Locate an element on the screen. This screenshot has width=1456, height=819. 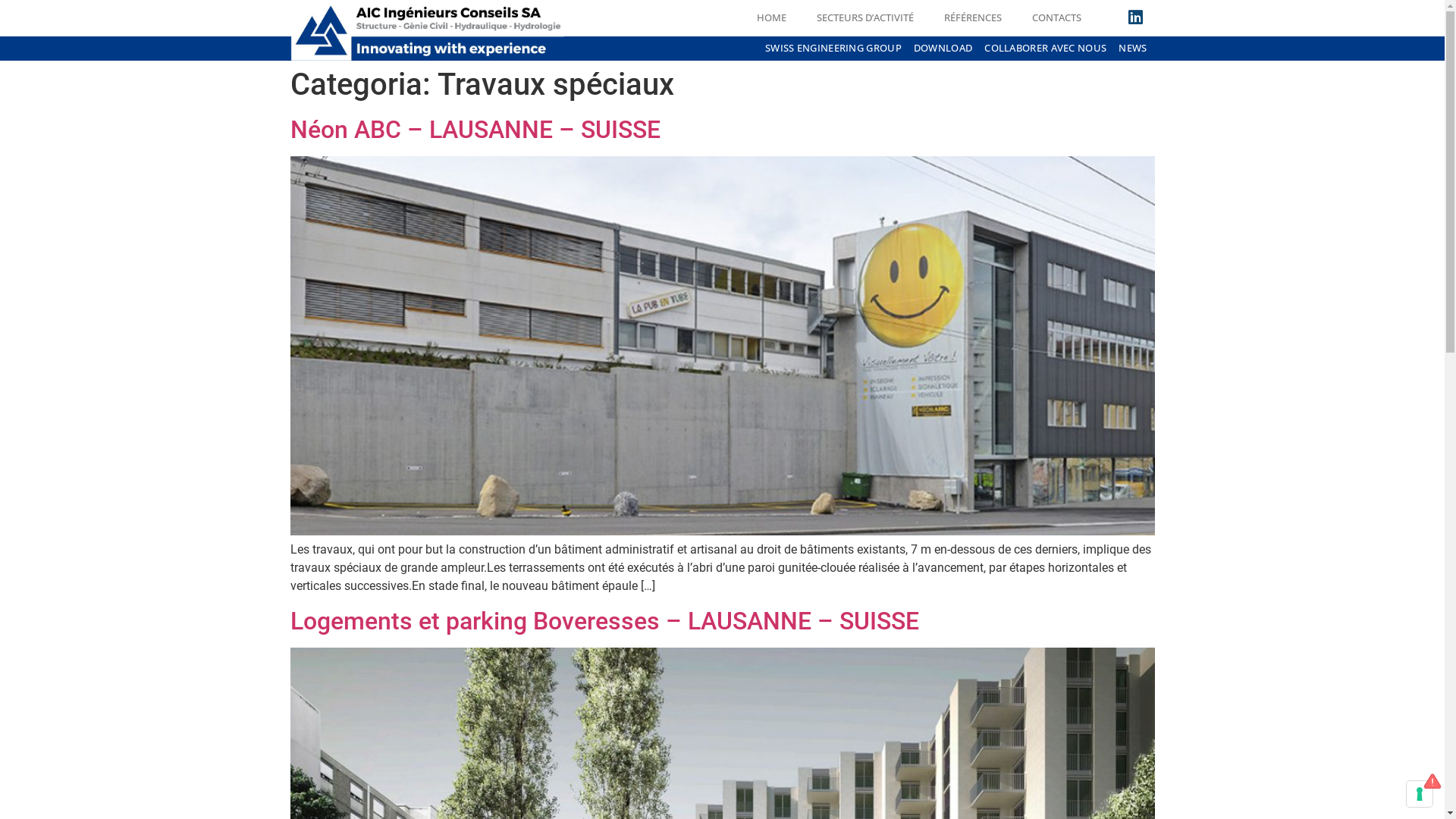
'NEWS' is located at coordinates (1132, 48).